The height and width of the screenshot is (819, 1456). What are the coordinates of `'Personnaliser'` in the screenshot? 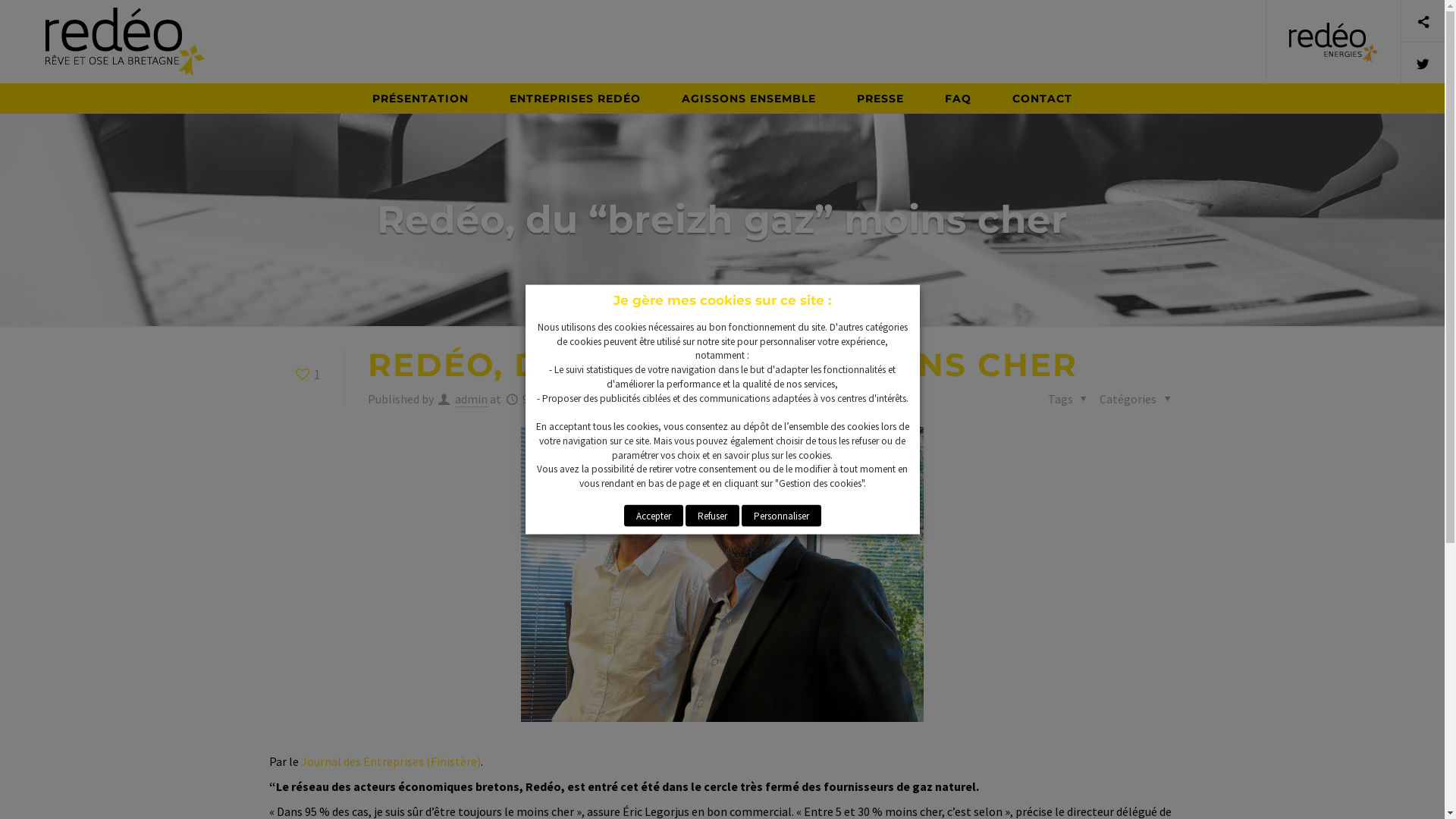 It's located at (781, 514).